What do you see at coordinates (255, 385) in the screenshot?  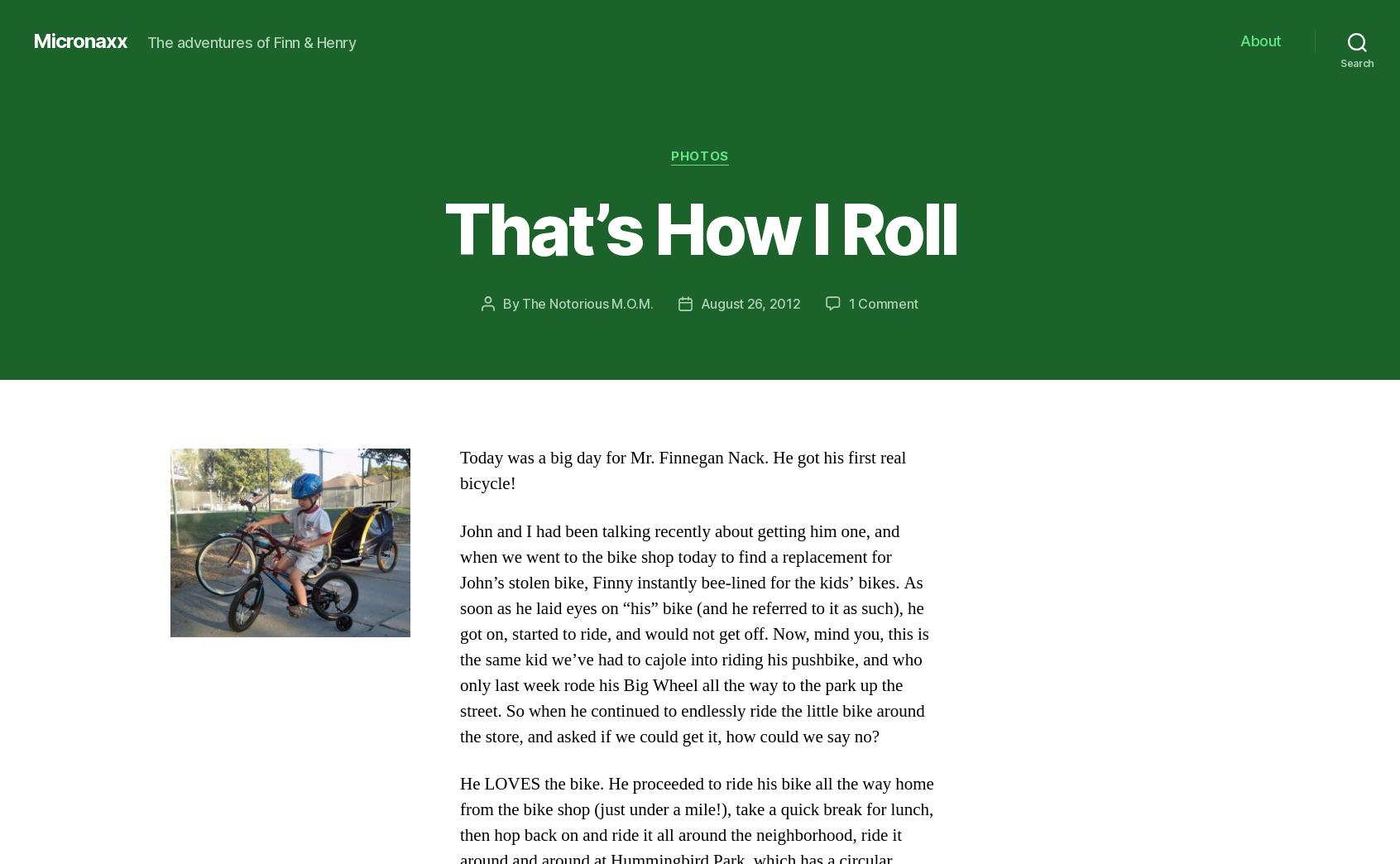 I see `'August 2011'` at bounding box center [255, 385].